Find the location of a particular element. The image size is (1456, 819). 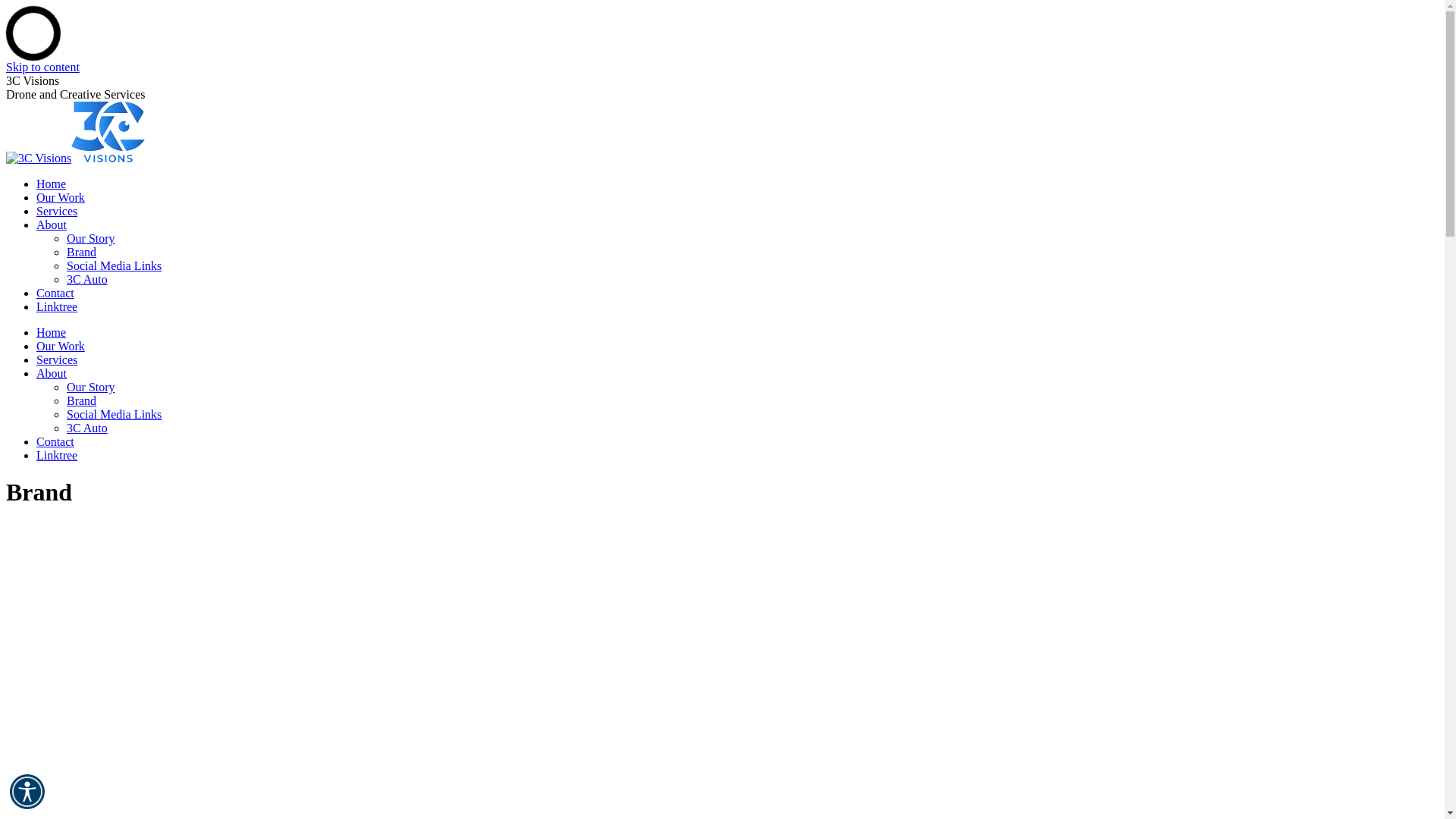

'Home' is located at coordinates (51, 331).